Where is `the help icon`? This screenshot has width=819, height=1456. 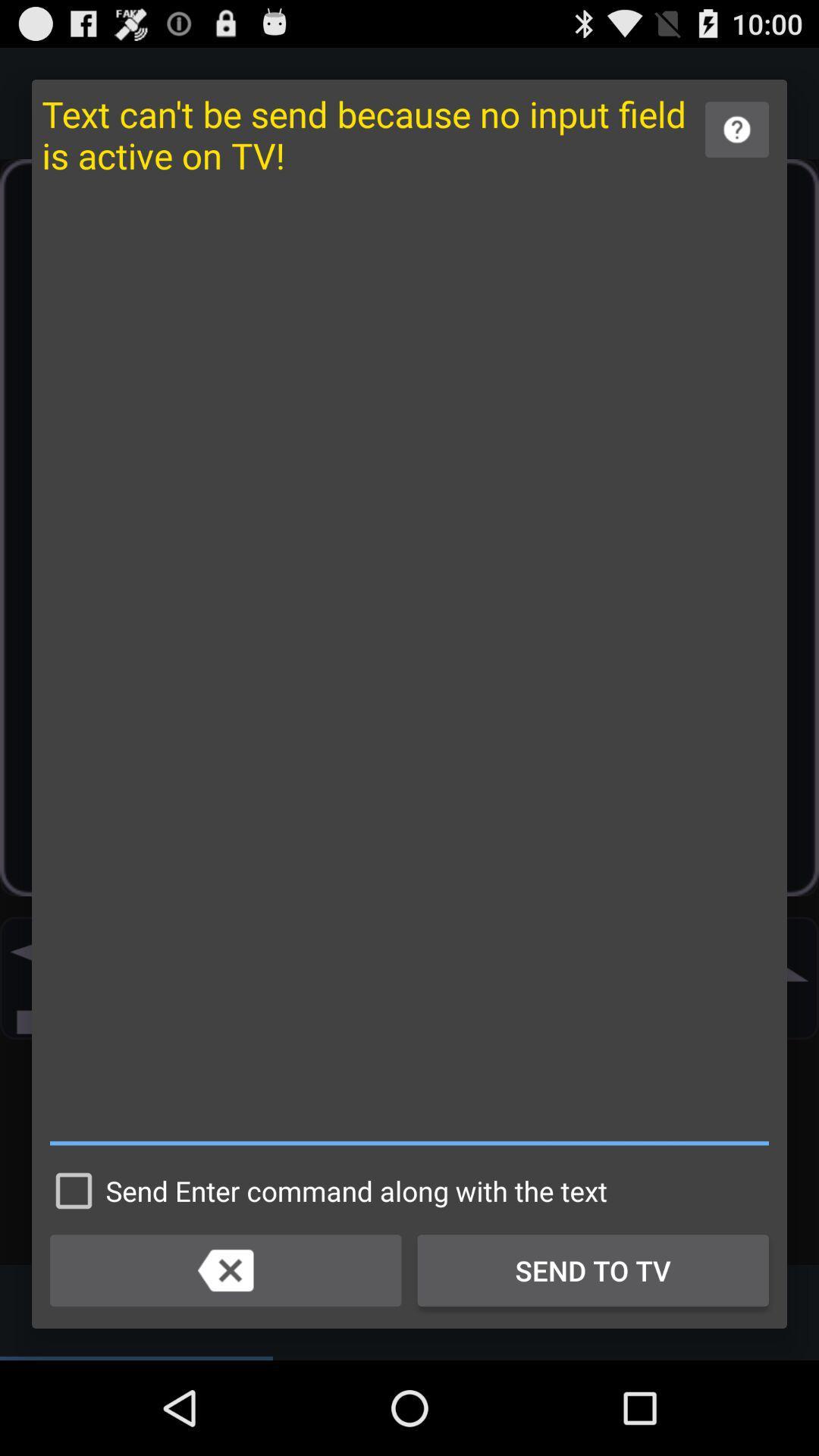 the help icon is located at coordinates (736, 138).